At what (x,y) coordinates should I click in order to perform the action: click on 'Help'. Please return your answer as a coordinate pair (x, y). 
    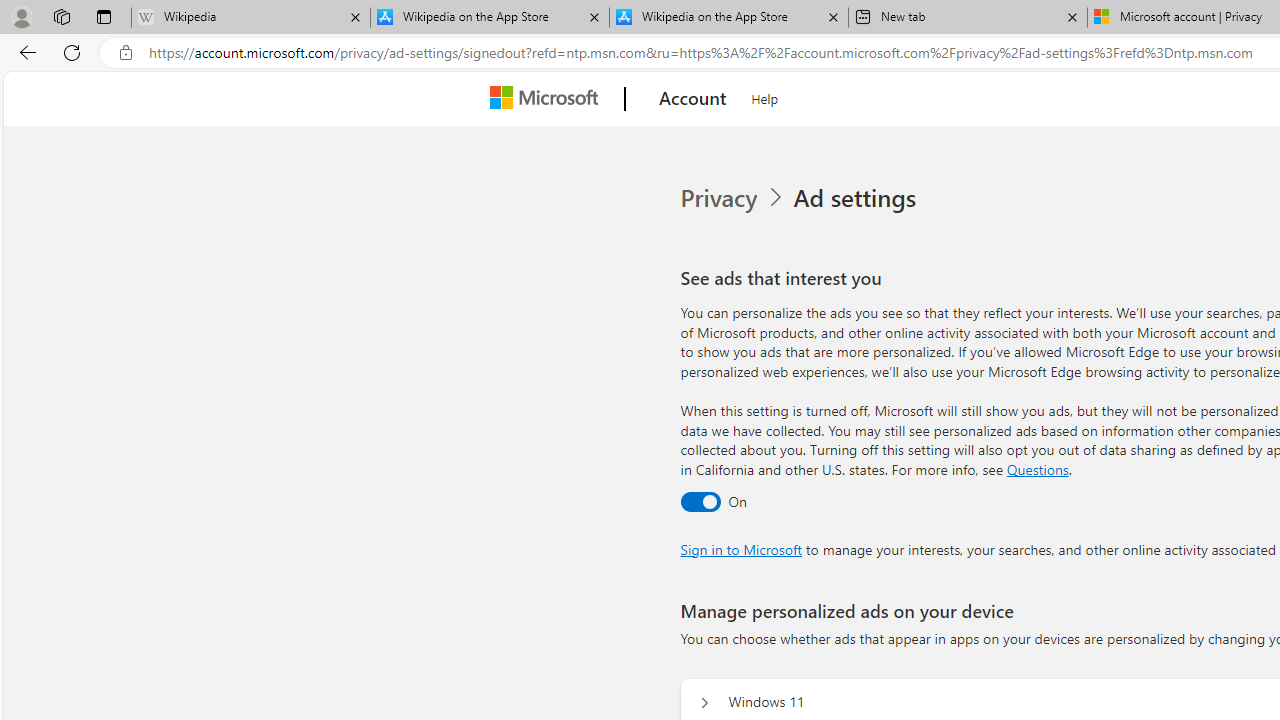
    Looking at the image, I should click on (764, 96).